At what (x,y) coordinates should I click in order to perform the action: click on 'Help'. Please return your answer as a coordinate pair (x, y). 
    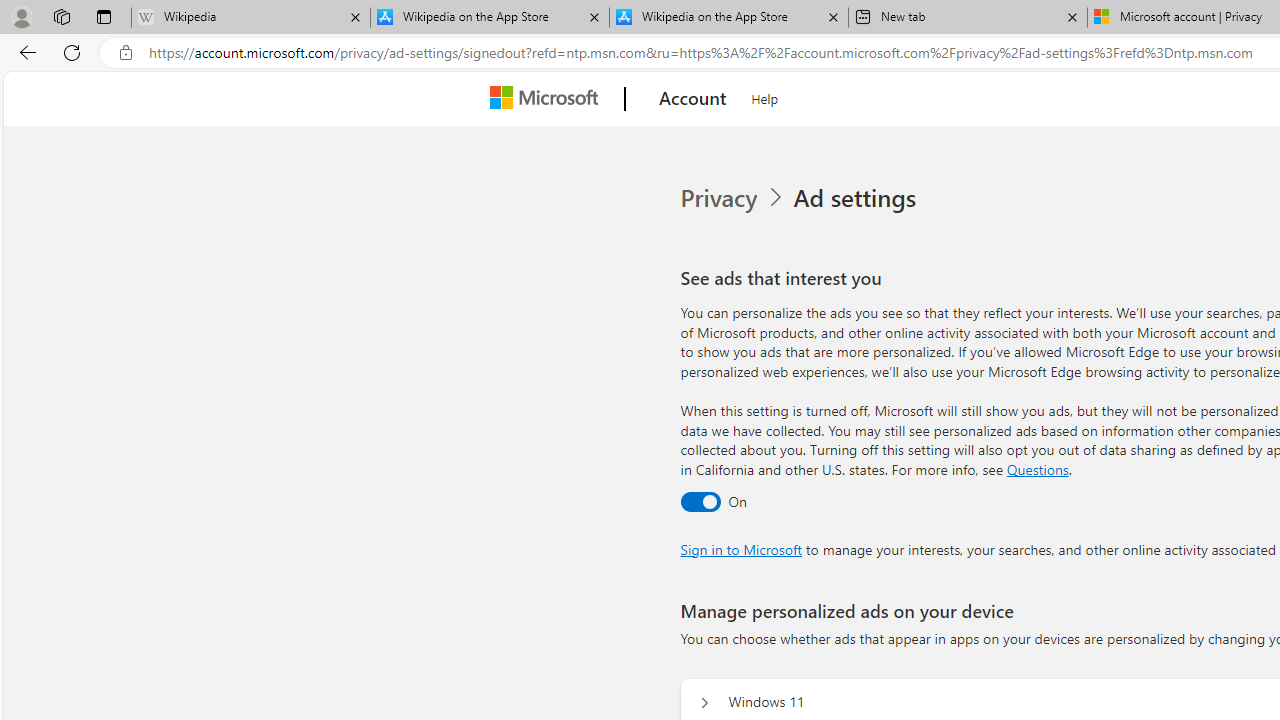
    Looking at the image, I should click on (764, 96).